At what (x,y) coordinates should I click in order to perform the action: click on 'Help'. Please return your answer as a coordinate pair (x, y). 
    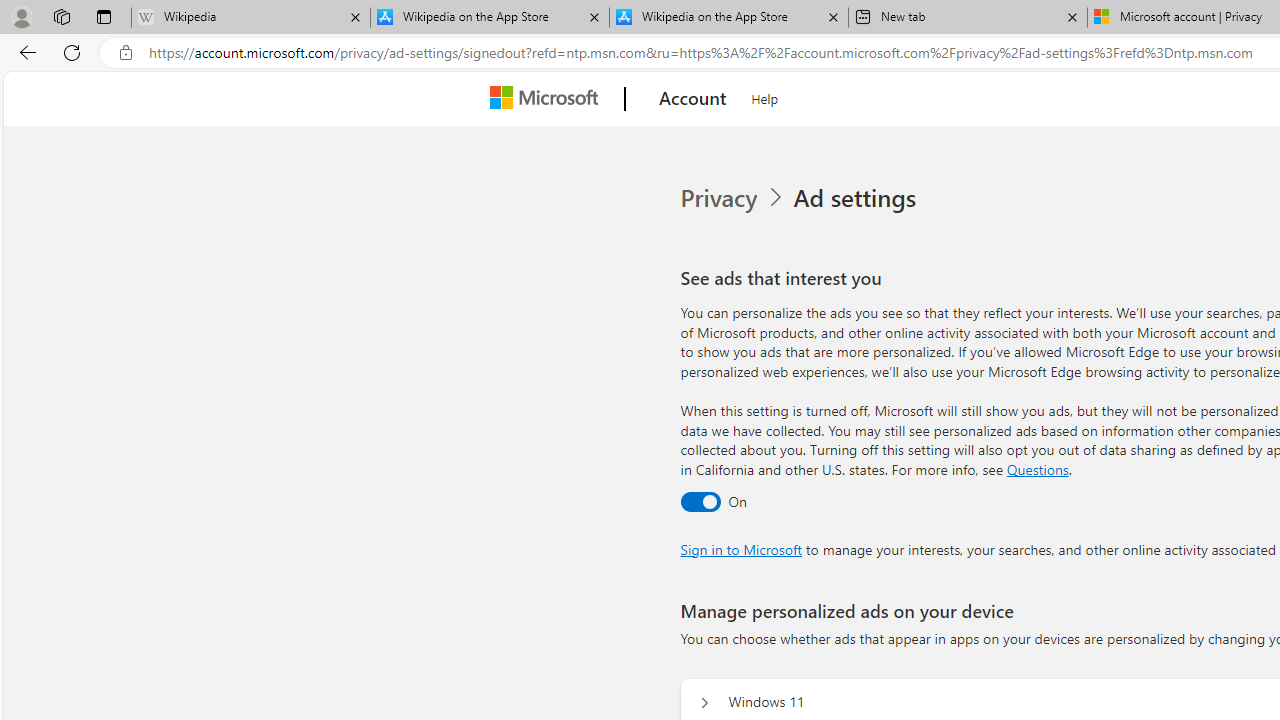
    Looking at the image, I should click on (764, 96).